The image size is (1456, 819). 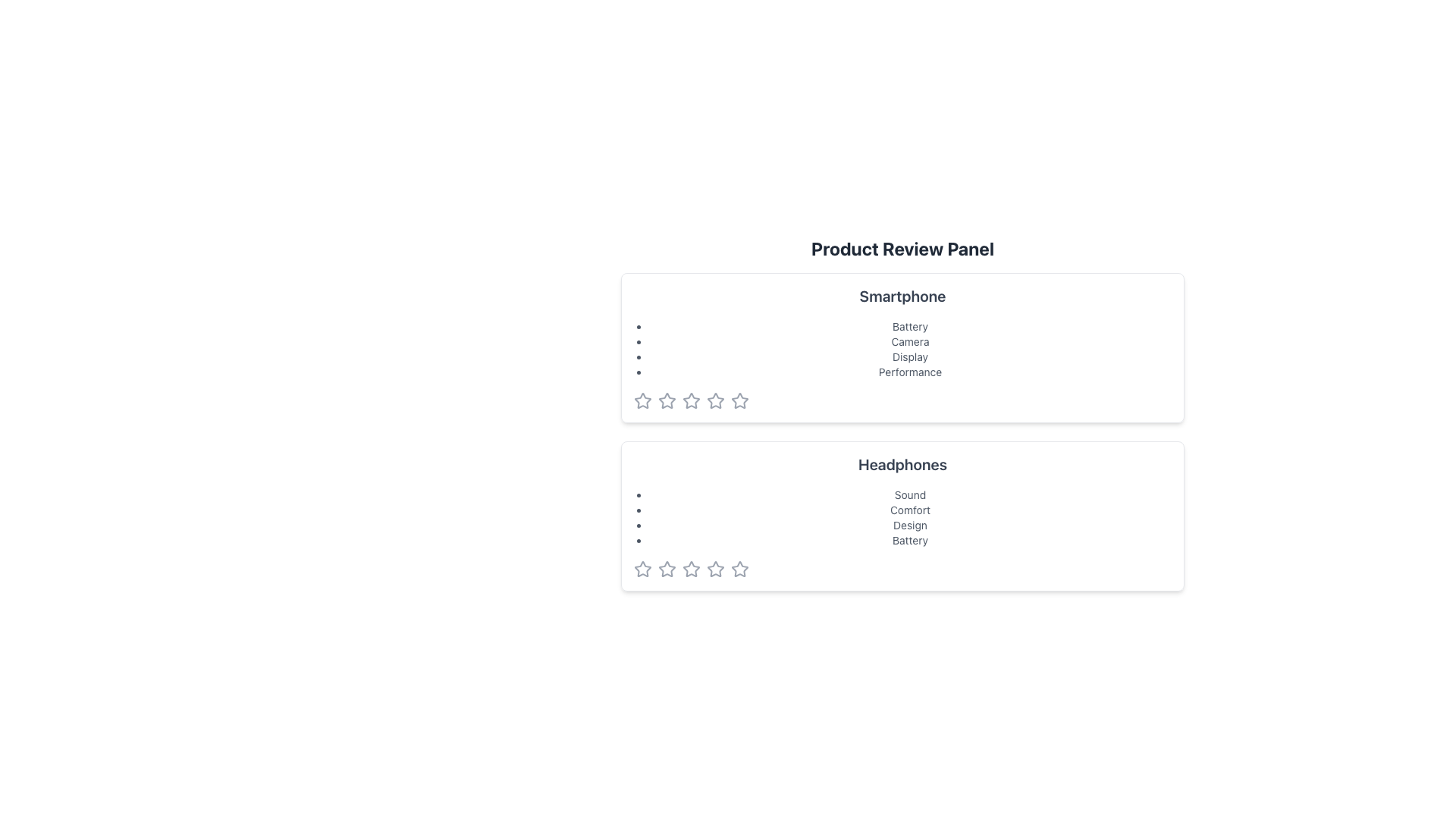 What do you see at coordinates (643, 569) in the screenshot?
I see `the leftmost star icon in the rating system` at bounding box center [643, 569].